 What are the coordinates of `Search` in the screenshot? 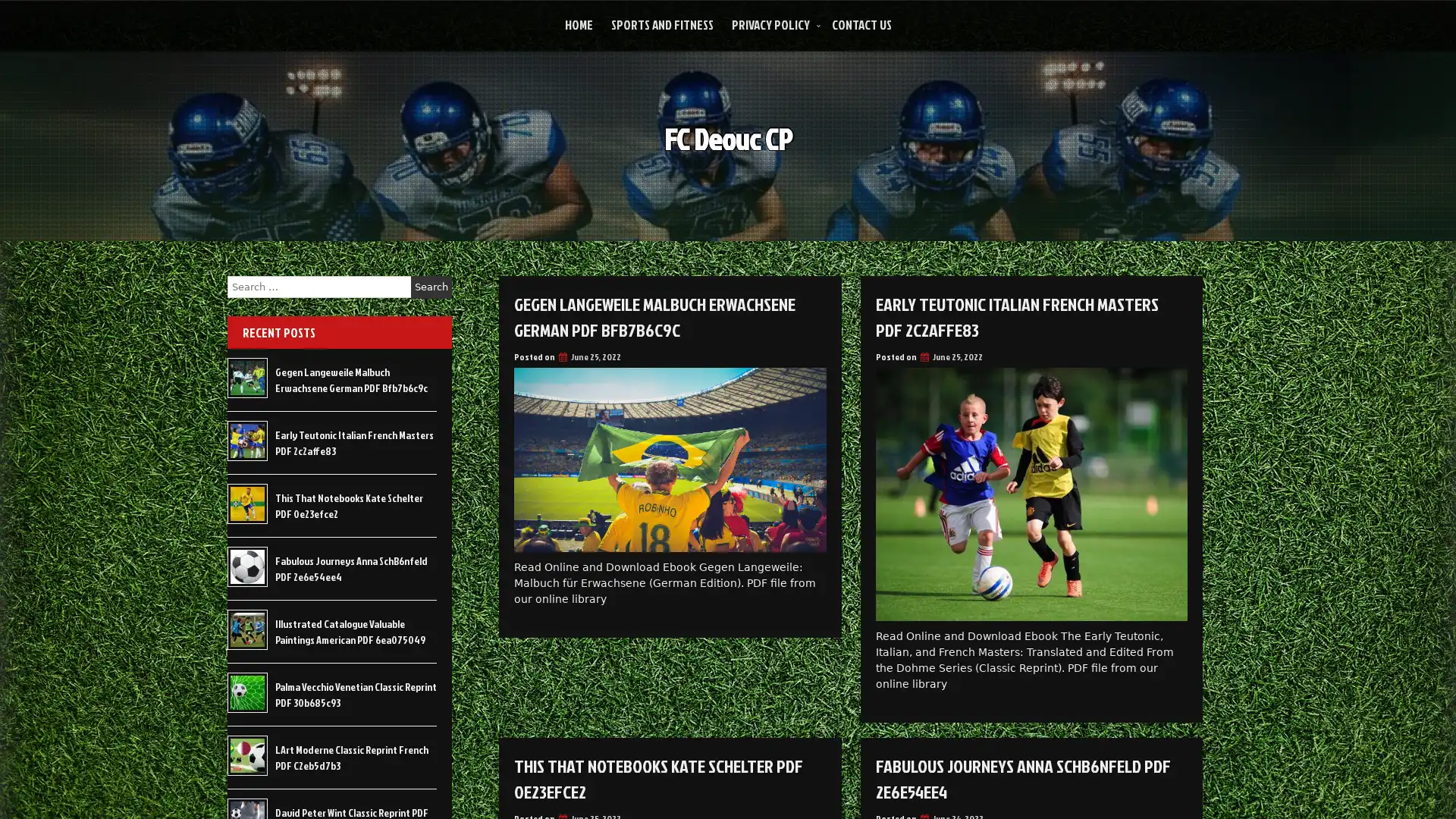 It's located at (431, 287).